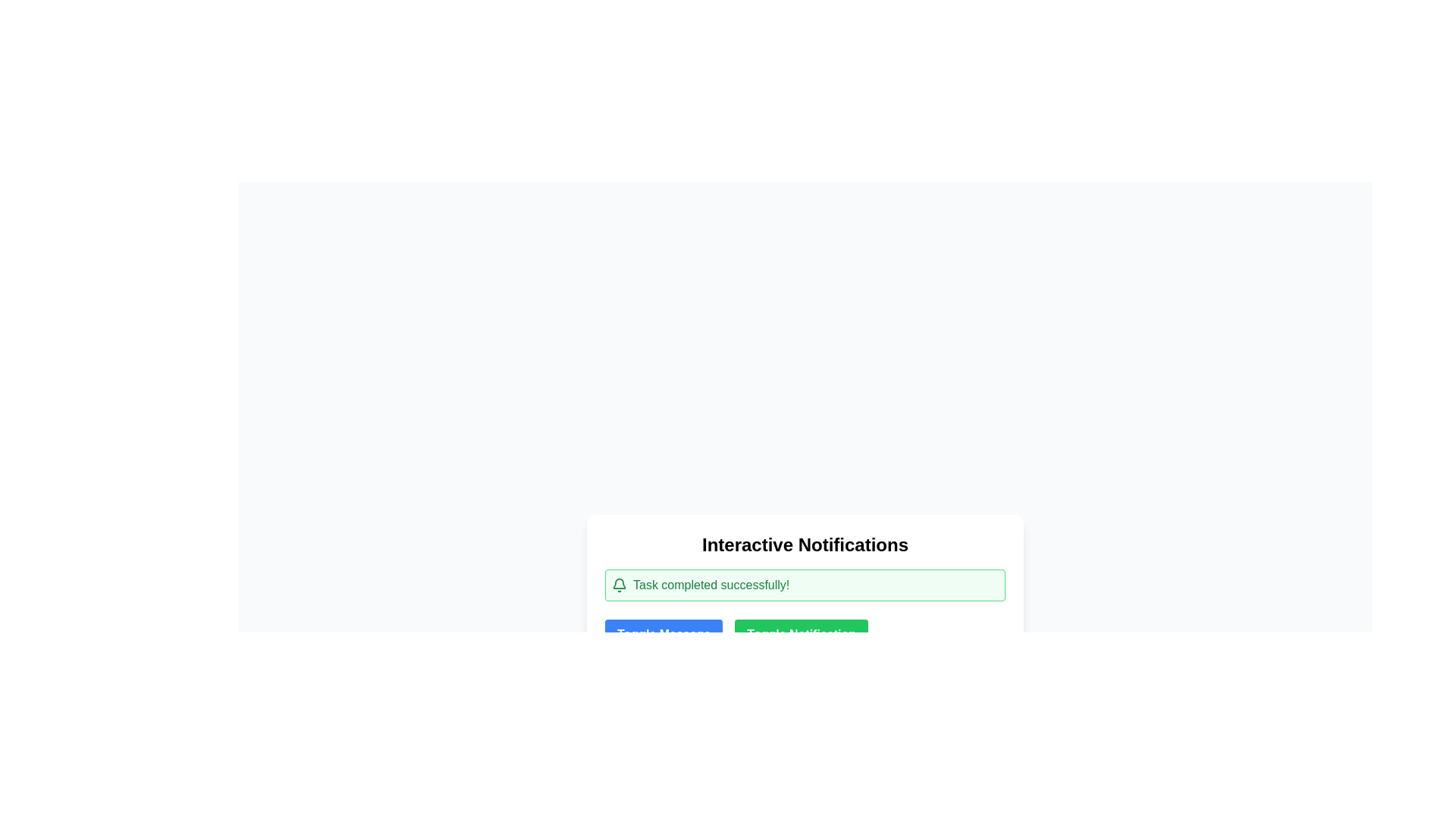 This screenshot has width=1456, height=819. Describe the element at coordinates (619, 584) in the screenshot. I see `the bell icon` at that location.